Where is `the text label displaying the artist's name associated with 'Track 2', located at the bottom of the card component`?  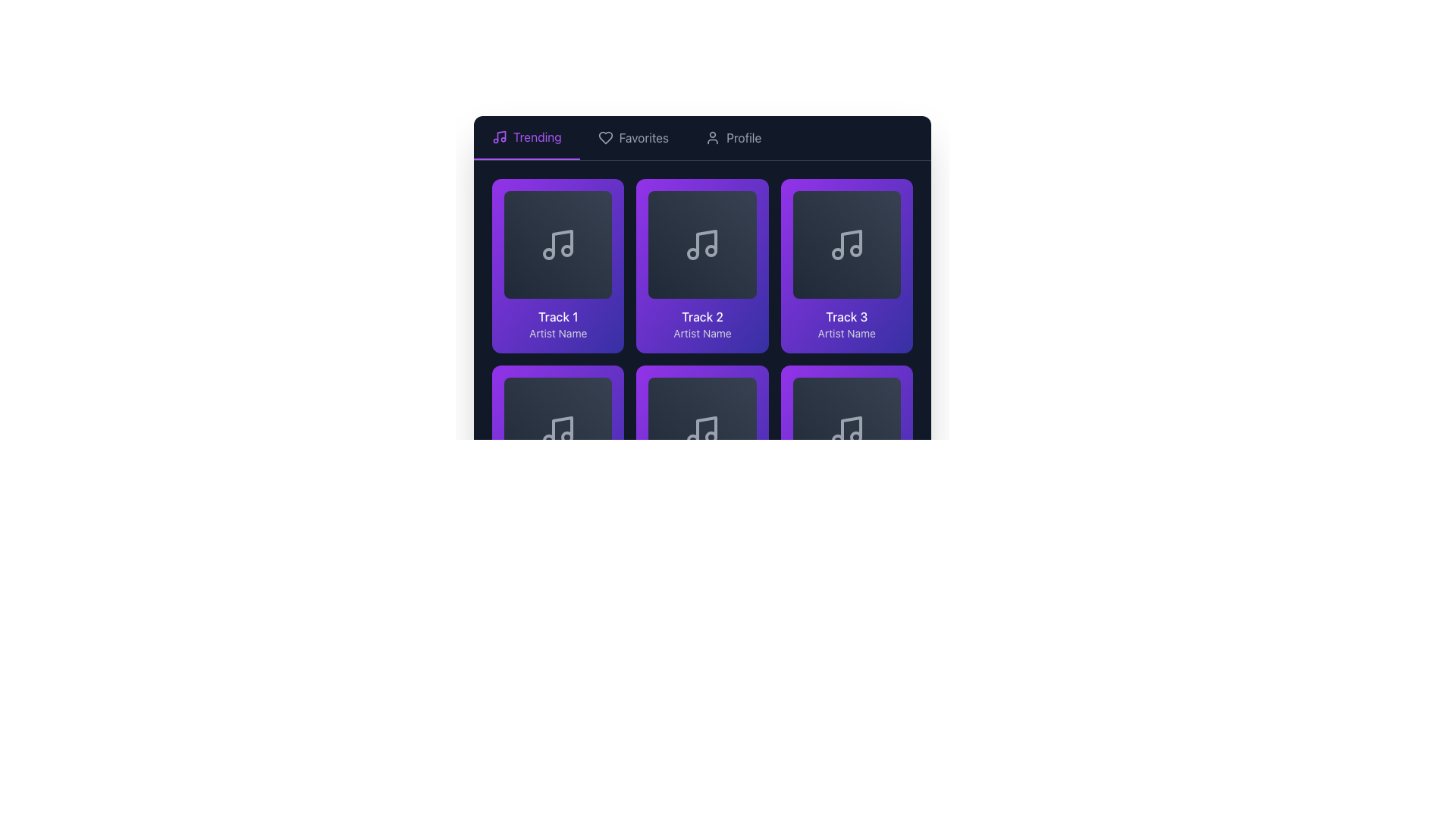 the text label displaying the artist's name associated with 'Track 2', located at the bottom of the card component is located at coordinates (701, 333).